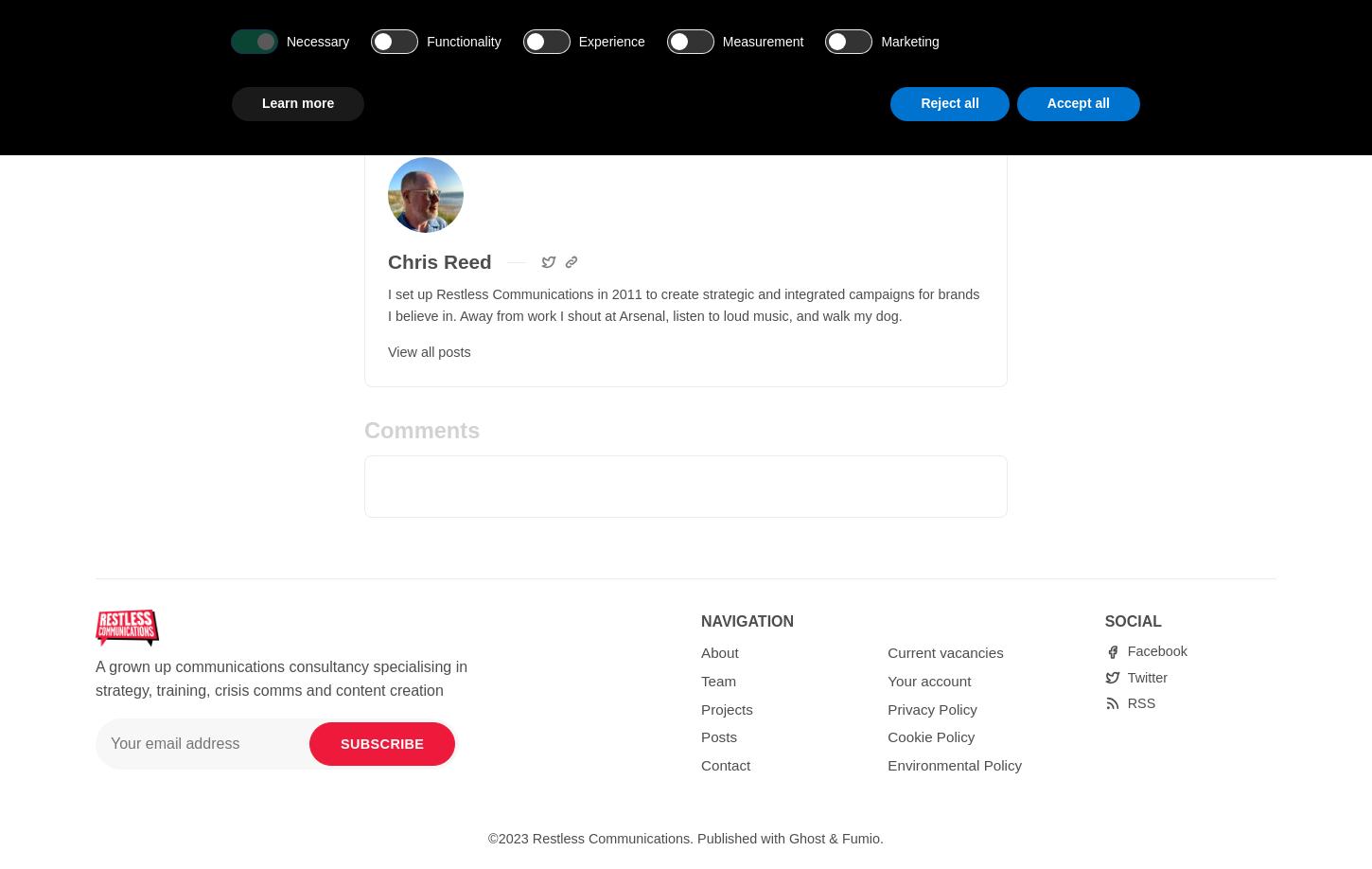  What do you see at coordinates (428, 350) in the screenshot?
I see `'View all posts'` at bounding box center [428, 350].